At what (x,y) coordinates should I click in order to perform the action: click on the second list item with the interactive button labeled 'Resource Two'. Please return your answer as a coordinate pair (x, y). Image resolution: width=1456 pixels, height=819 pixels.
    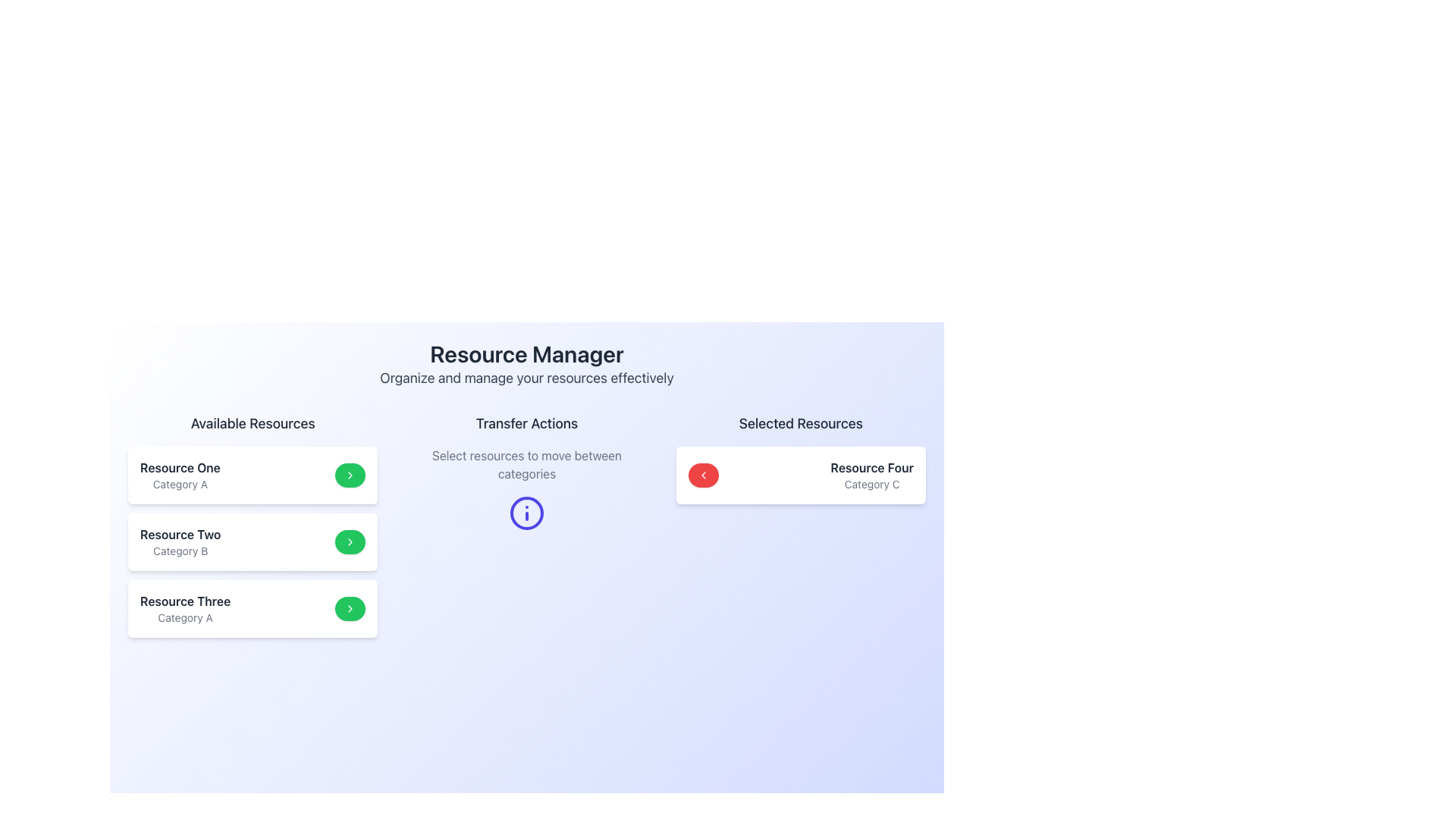
    Looking at the image, I should click on (253, 541).